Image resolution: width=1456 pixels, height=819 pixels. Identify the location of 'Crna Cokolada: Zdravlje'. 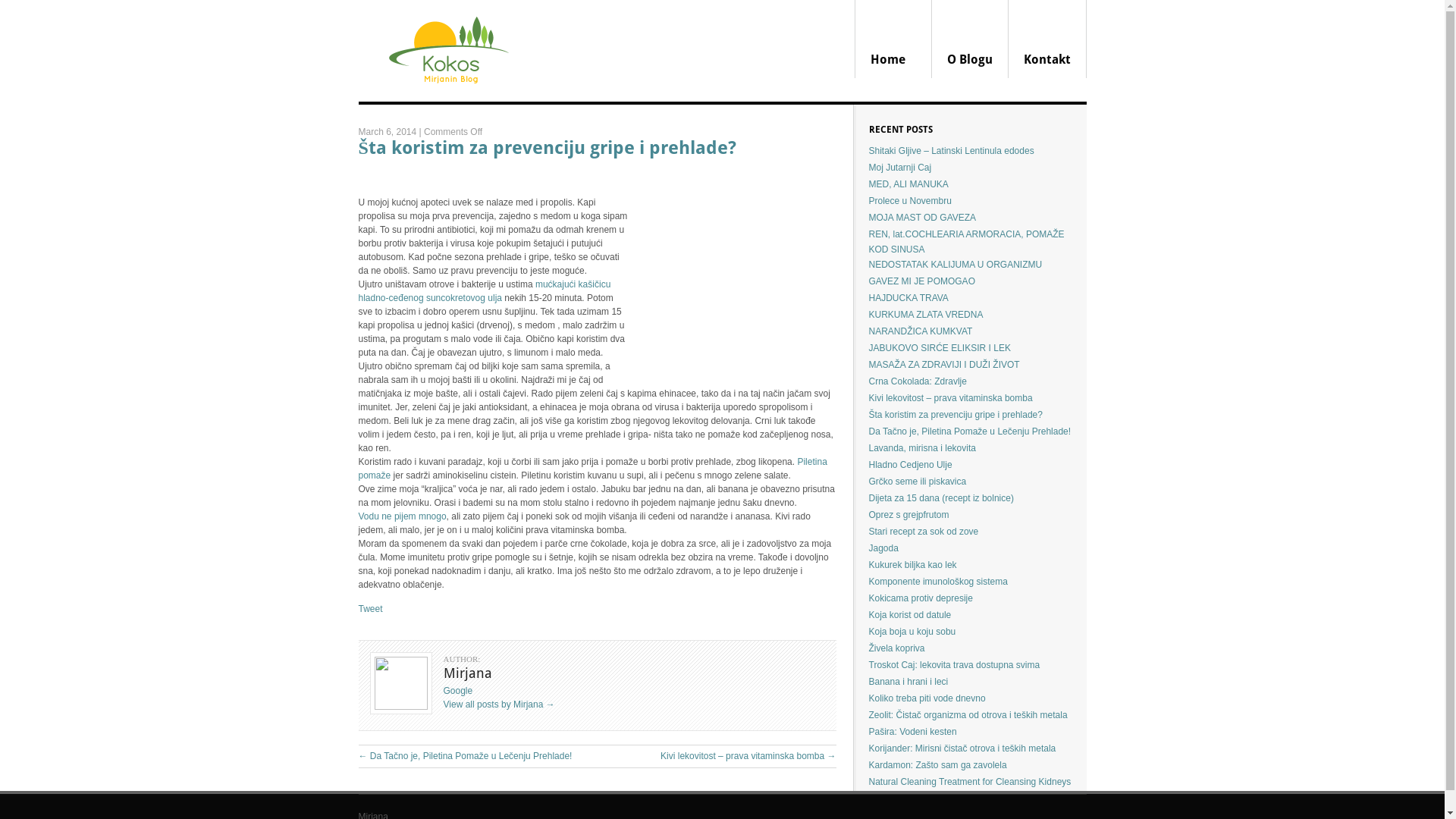
(917, 380).